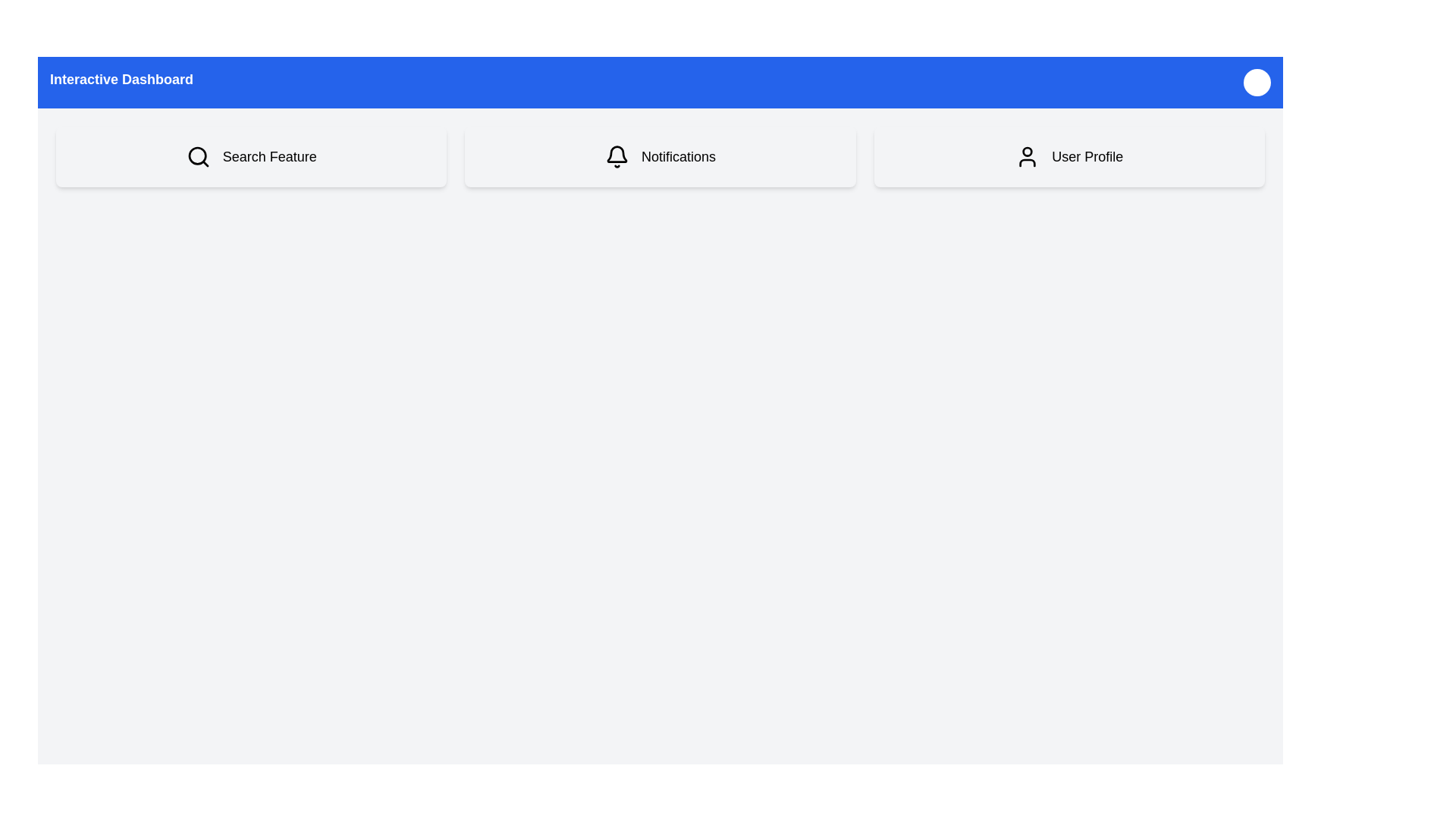  Describe the element at coordinates (677, 157) in the screenshot. I see `the text label that indicates the notifications feature, located to the right of the bell-shaped icon in the top-center section of the page` at that location.